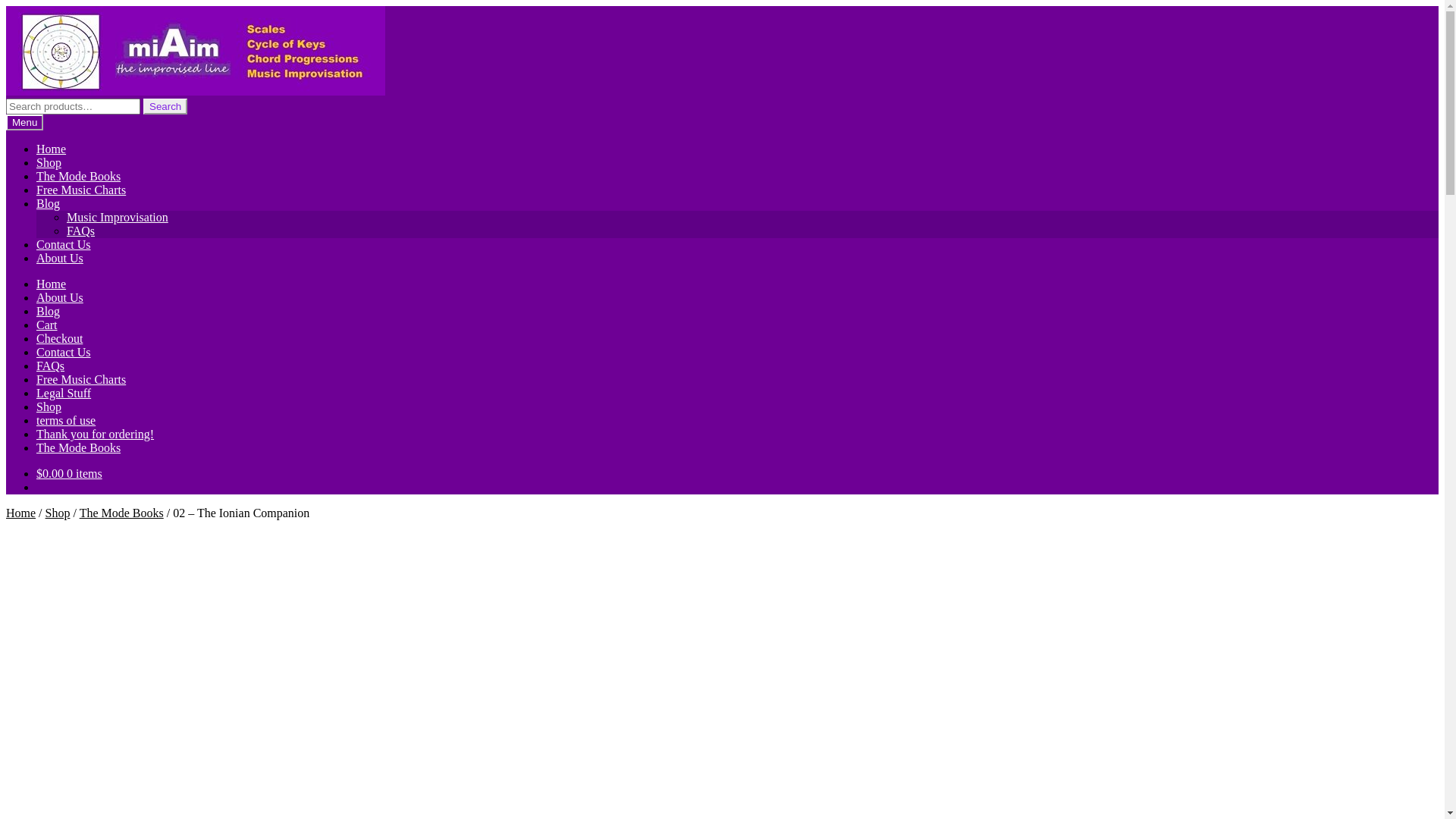 The image size is (1456, 819). I want to click on 'Skip to navigation', so click(5, 5).